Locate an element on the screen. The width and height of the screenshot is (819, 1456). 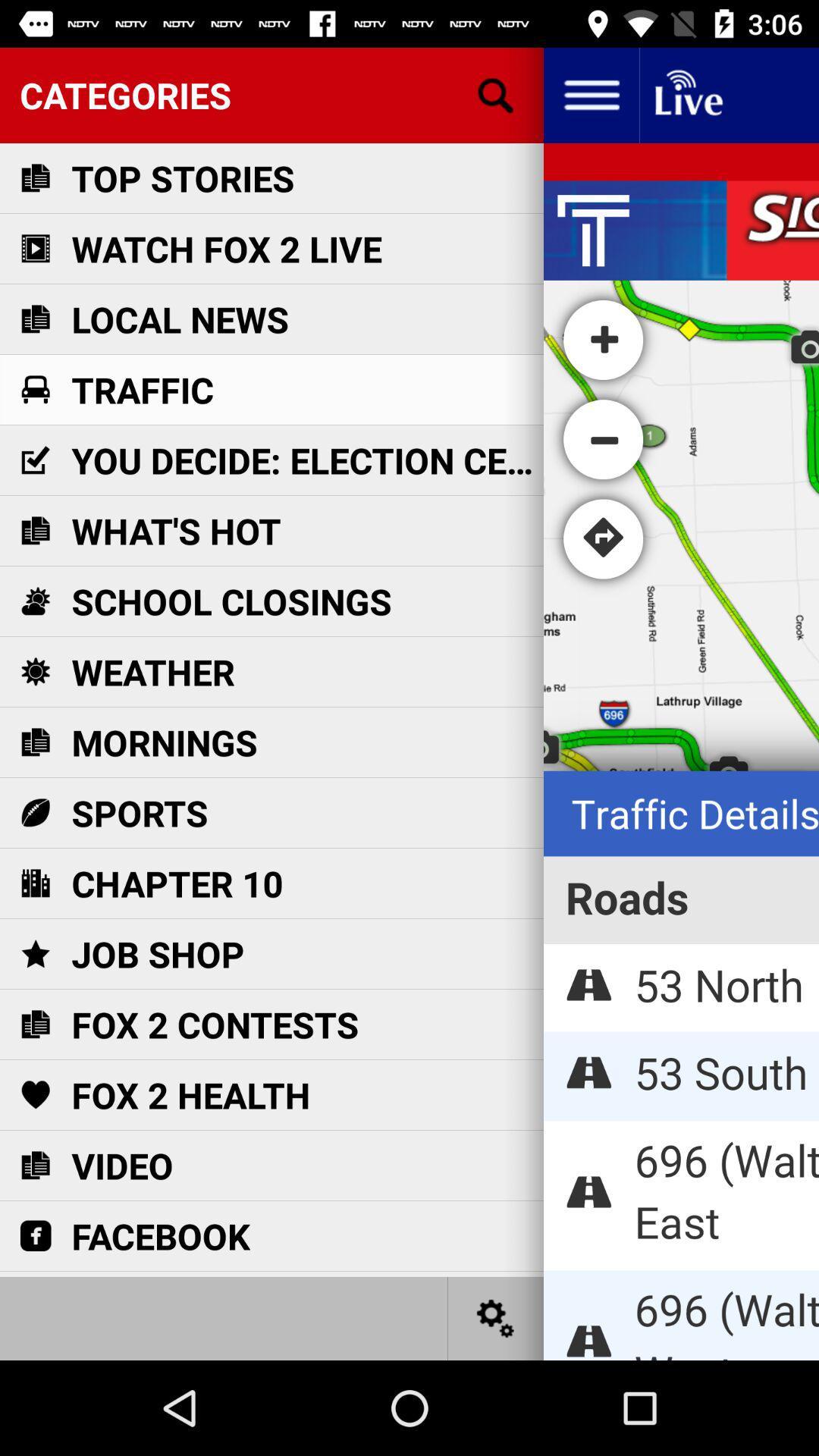
the settings icon below facebook is located at coordinates (496, 1317).